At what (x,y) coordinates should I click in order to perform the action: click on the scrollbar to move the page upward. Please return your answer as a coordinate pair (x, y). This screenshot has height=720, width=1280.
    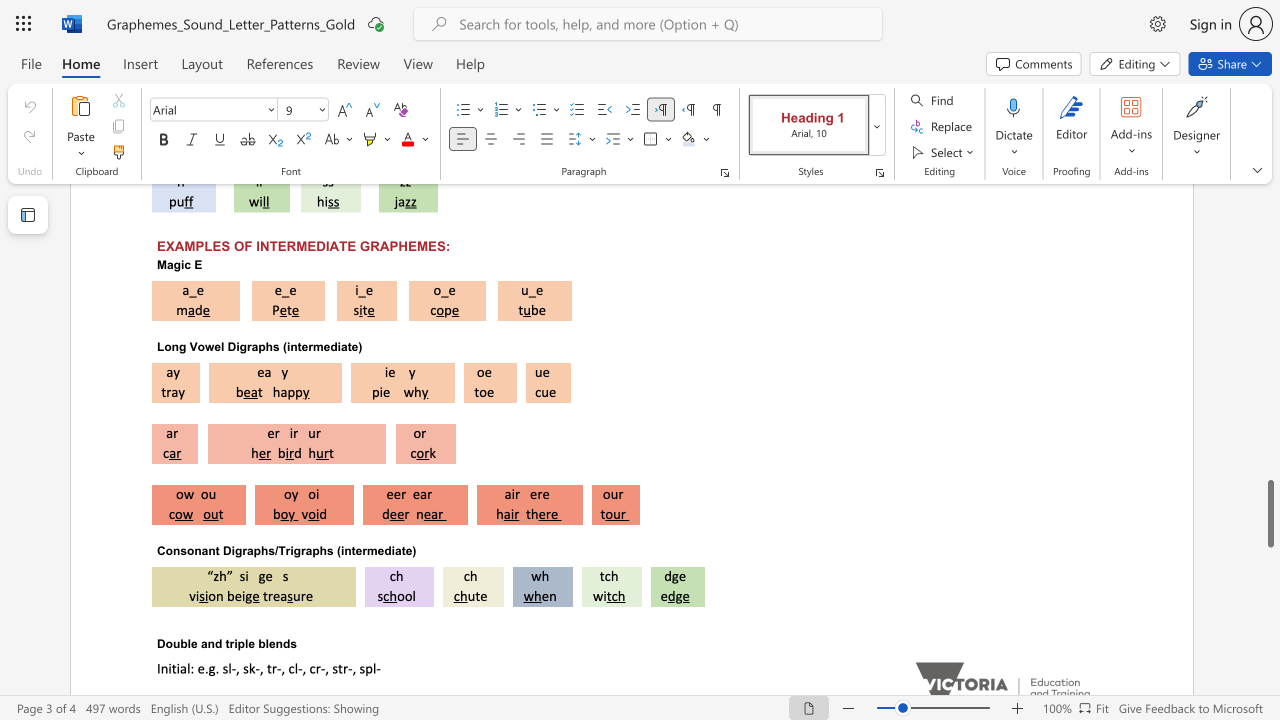
    Looking at the image, I should click on (1269, 280).